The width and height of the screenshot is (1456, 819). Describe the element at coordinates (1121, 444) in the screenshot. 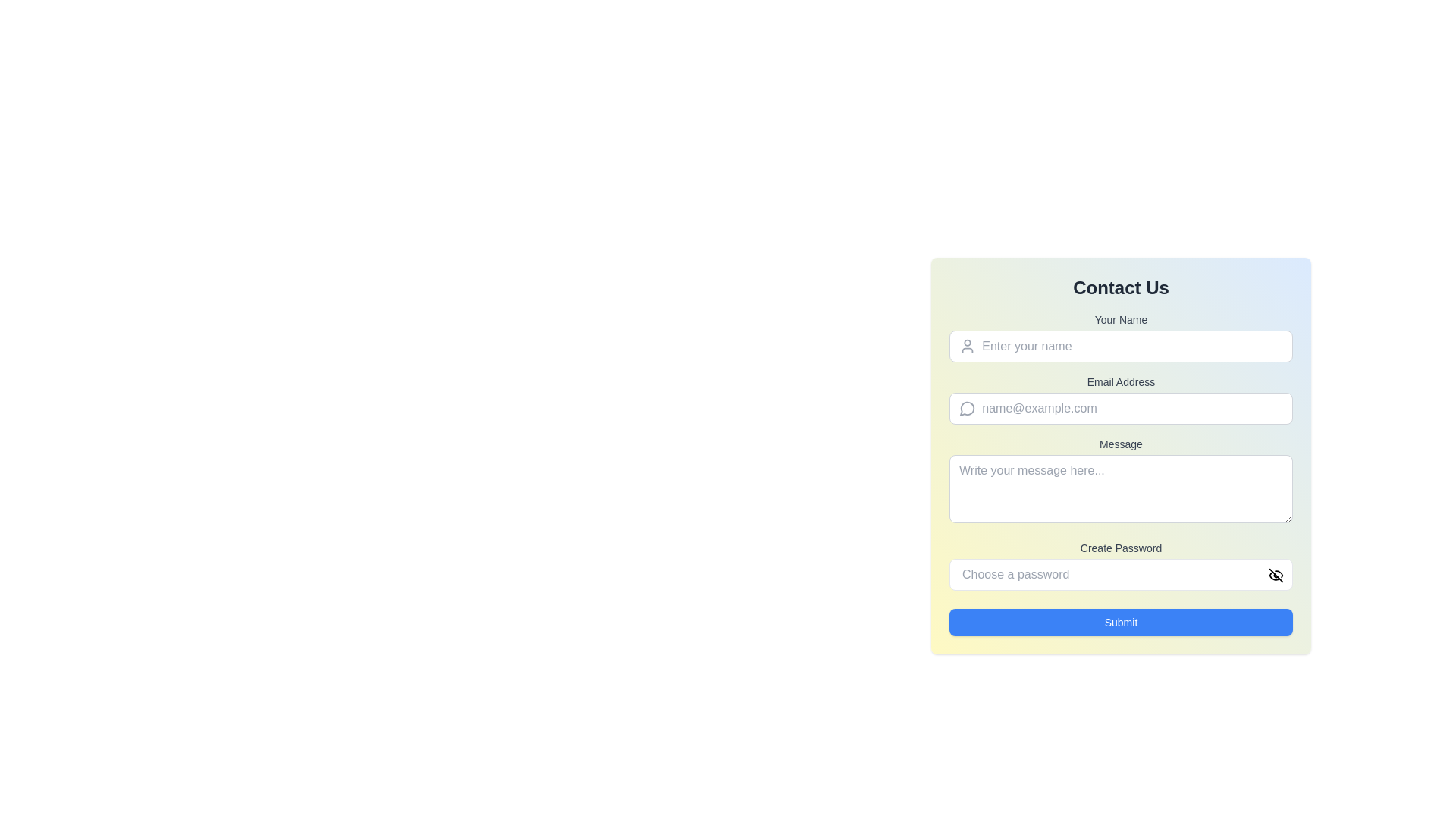

I see `the text label located at the center-right of the form, which indicates the purpose of the multiline input field for user messages` at that location.